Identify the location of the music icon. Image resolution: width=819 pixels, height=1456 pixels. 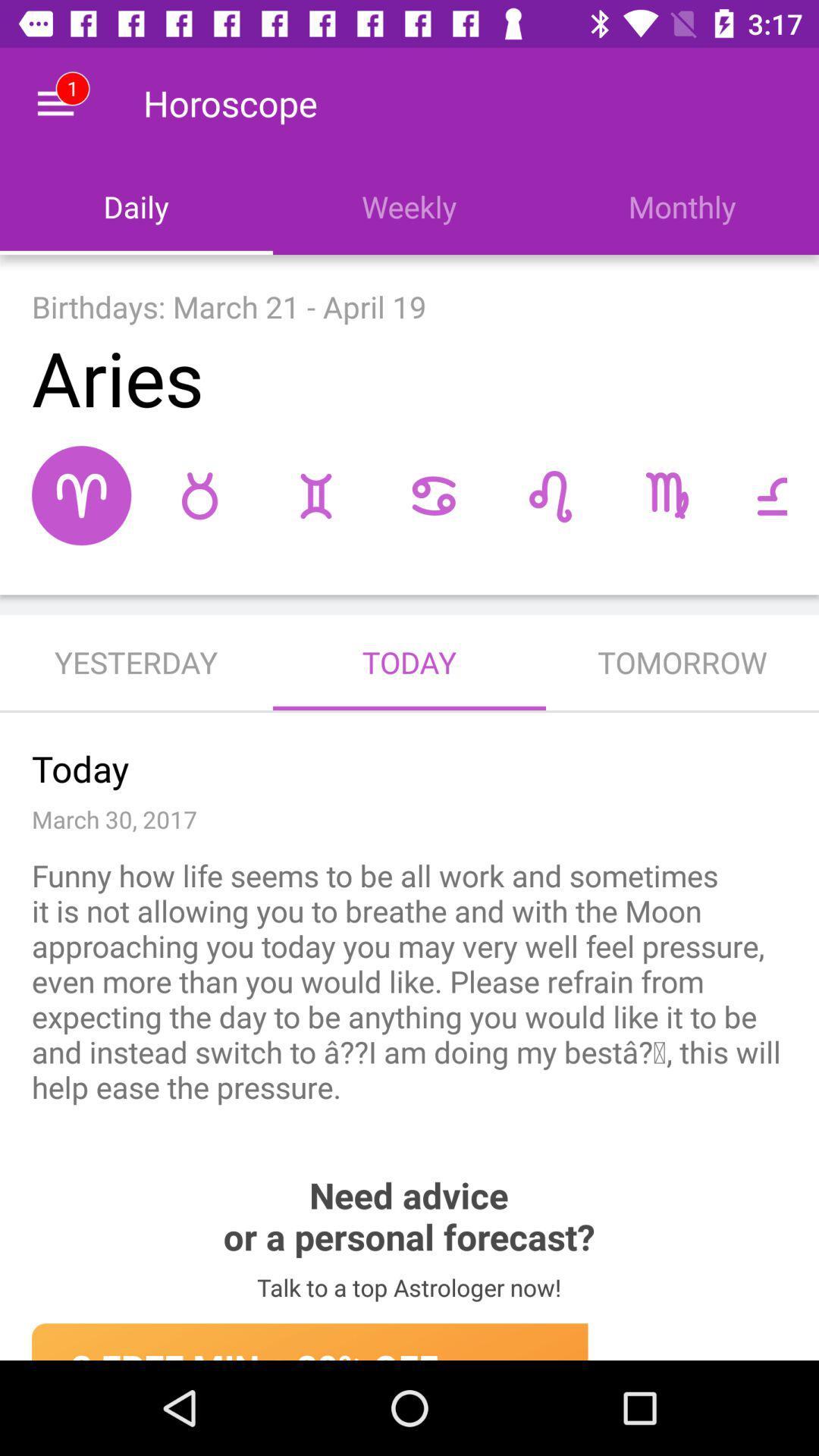
(550, 495).